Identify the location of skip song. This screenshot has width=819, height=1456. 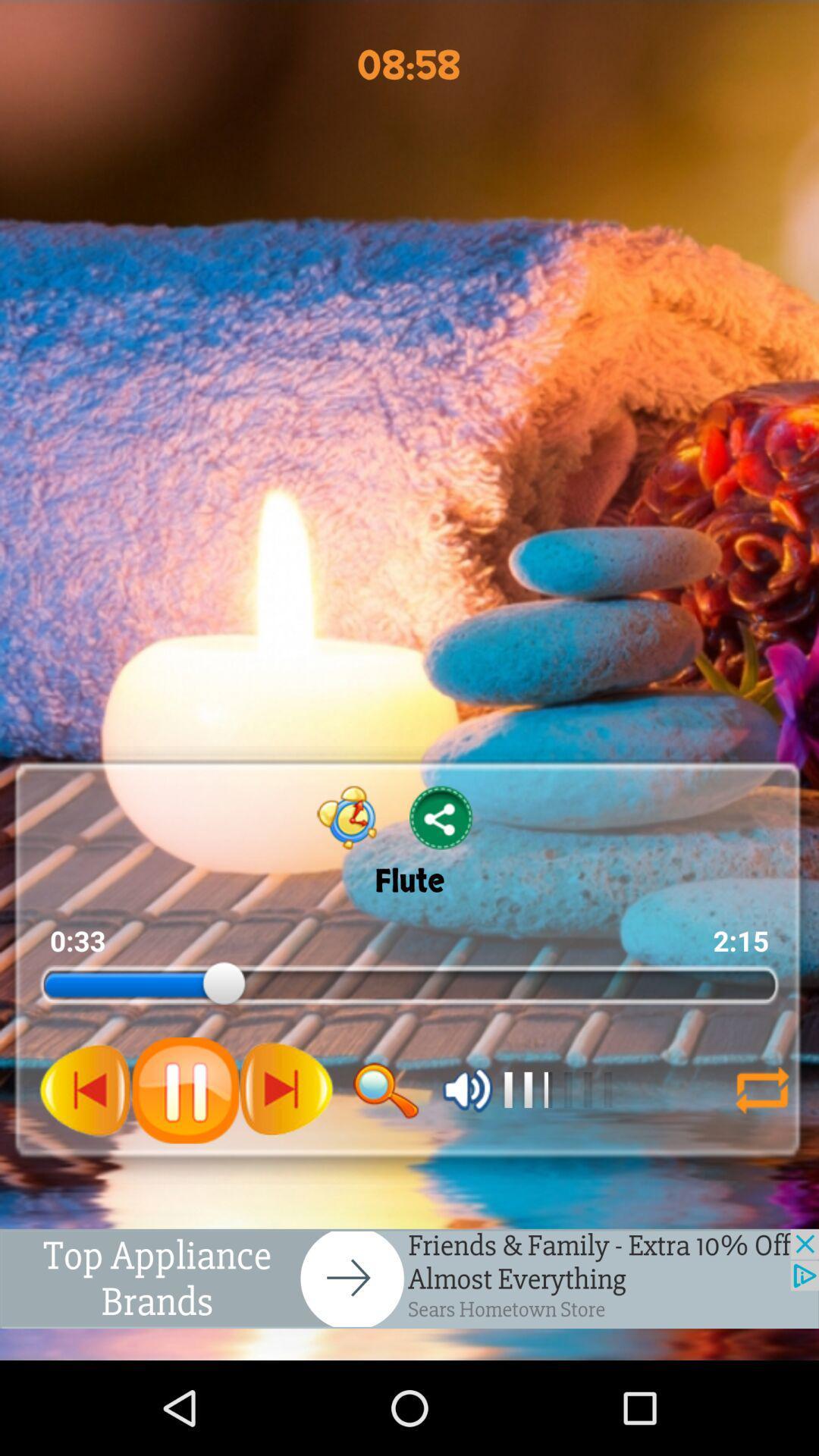
(286, 1089).